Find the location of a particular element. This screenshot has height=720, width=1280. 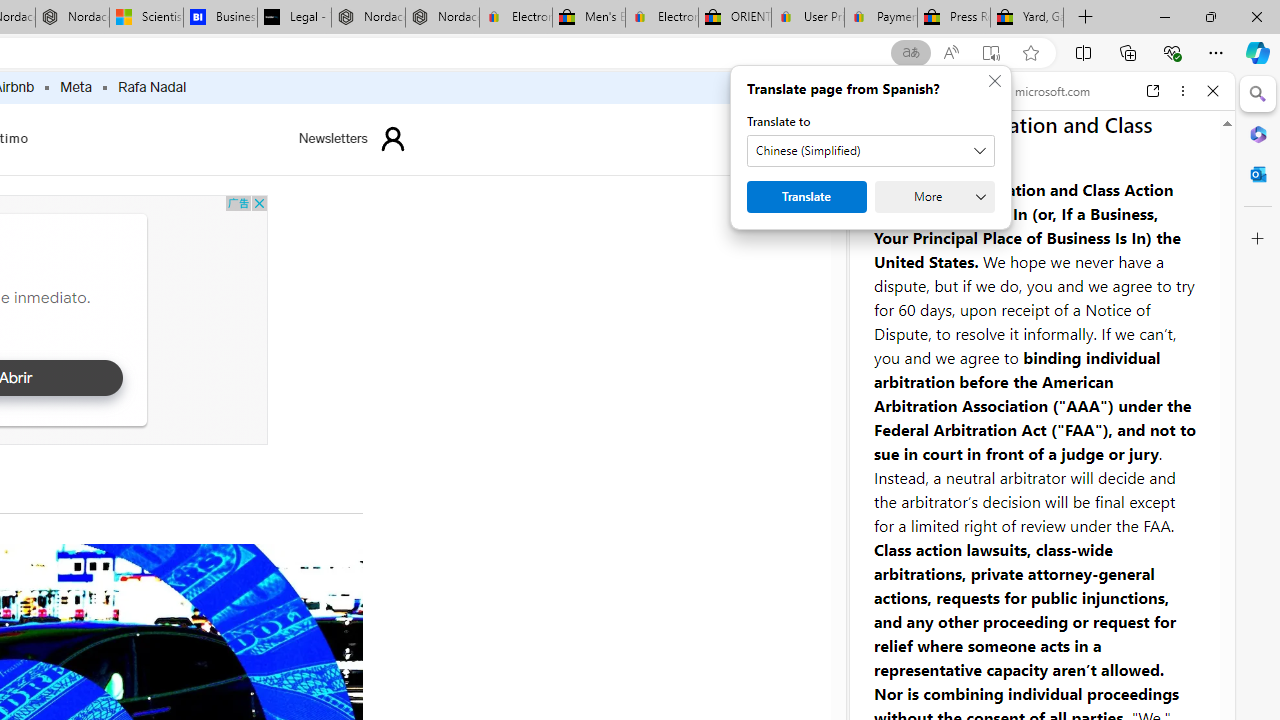

'Press Room - eBay Inc.' is located at coordinates (952, 17).